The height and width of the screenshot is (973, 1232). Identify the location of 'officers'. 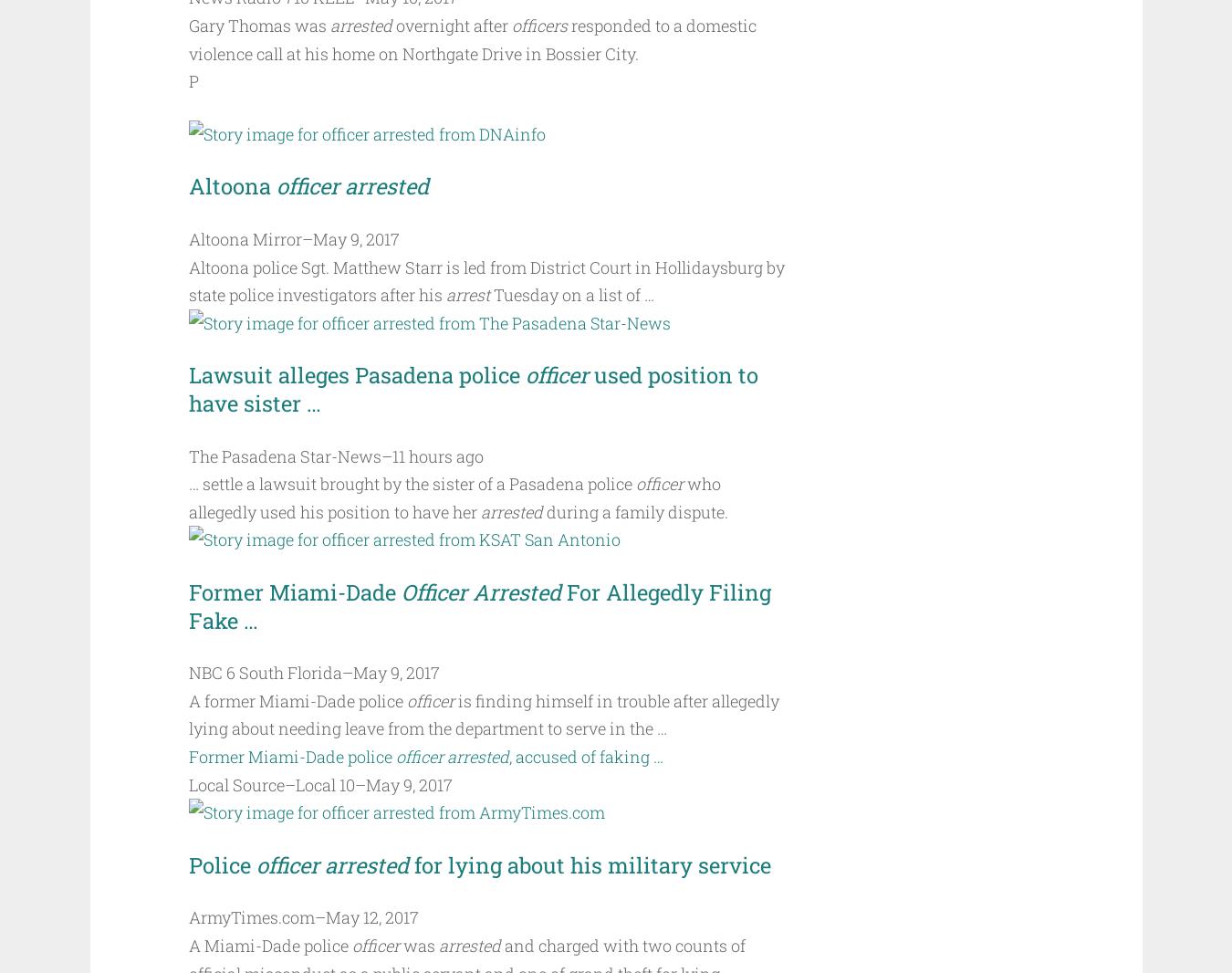
(538, 25).